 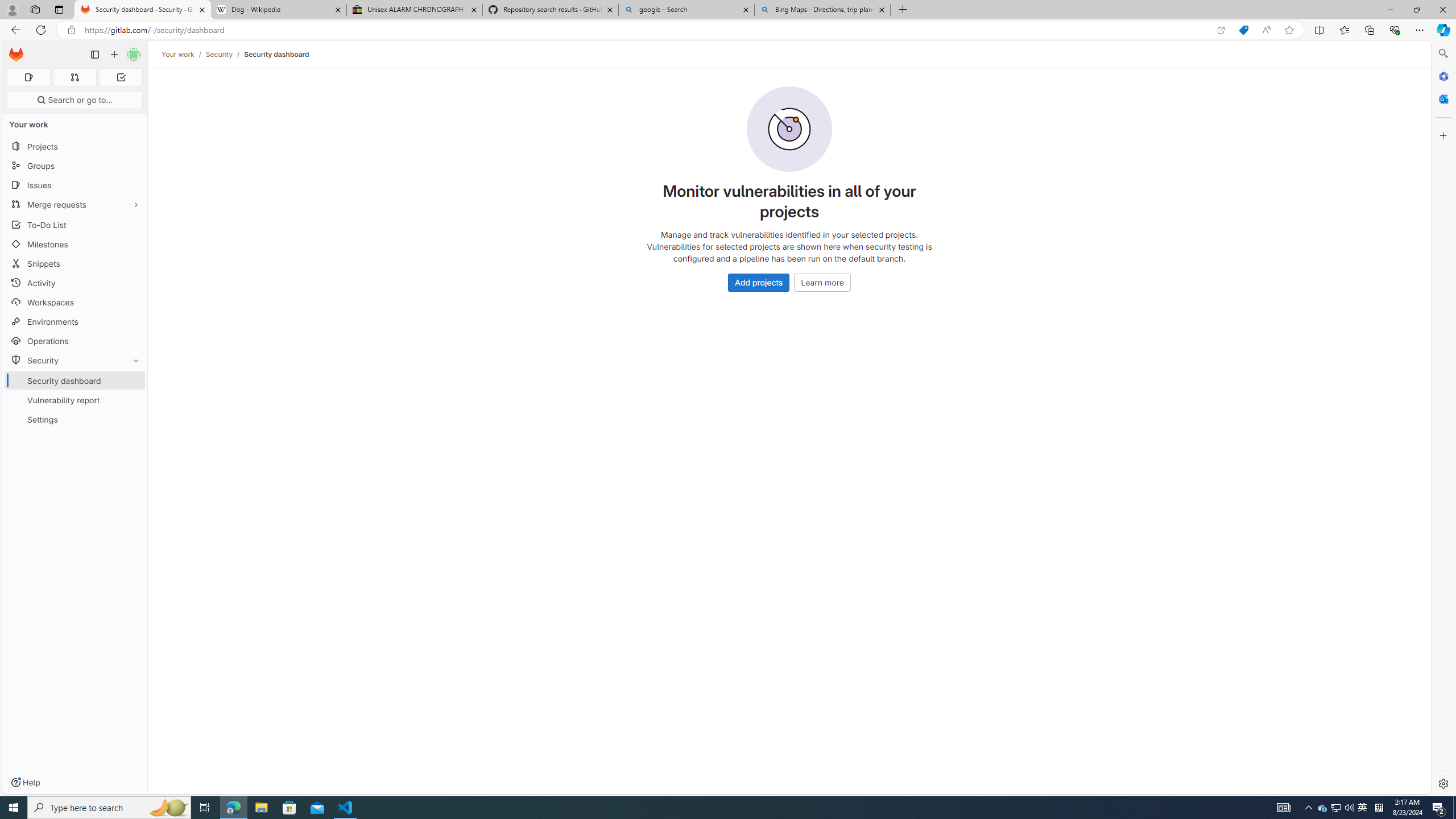 I want to click on 'SecuritySecurity dashboardVulnerability reportSettings', so click(x=74, y=390).